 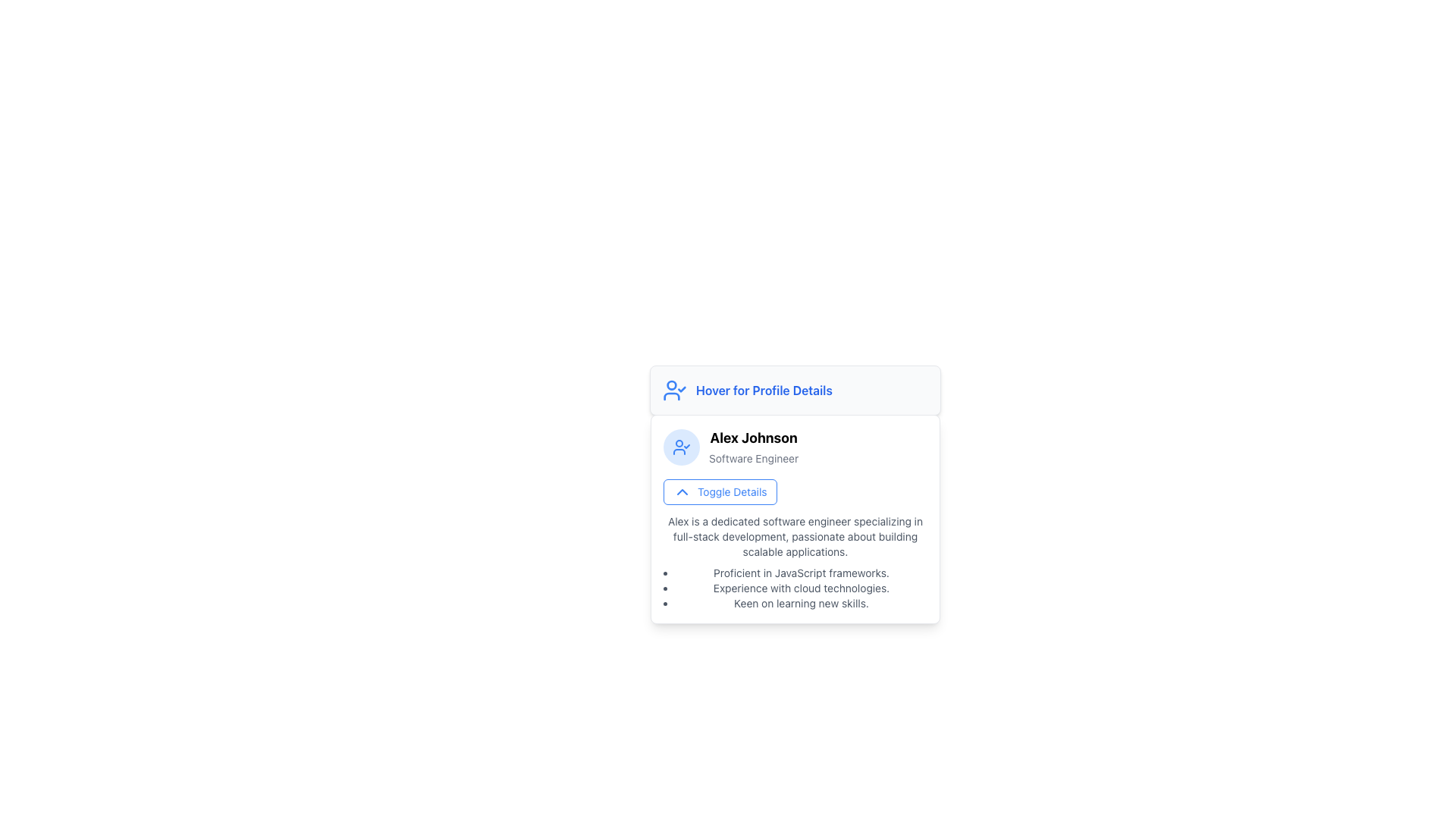 What do you see at coordinates (719, 491) in the screenshot?
I see `the collapsible toggle button located at the top-center of the content card for 'Alex'` at bounding box center [719, 491].